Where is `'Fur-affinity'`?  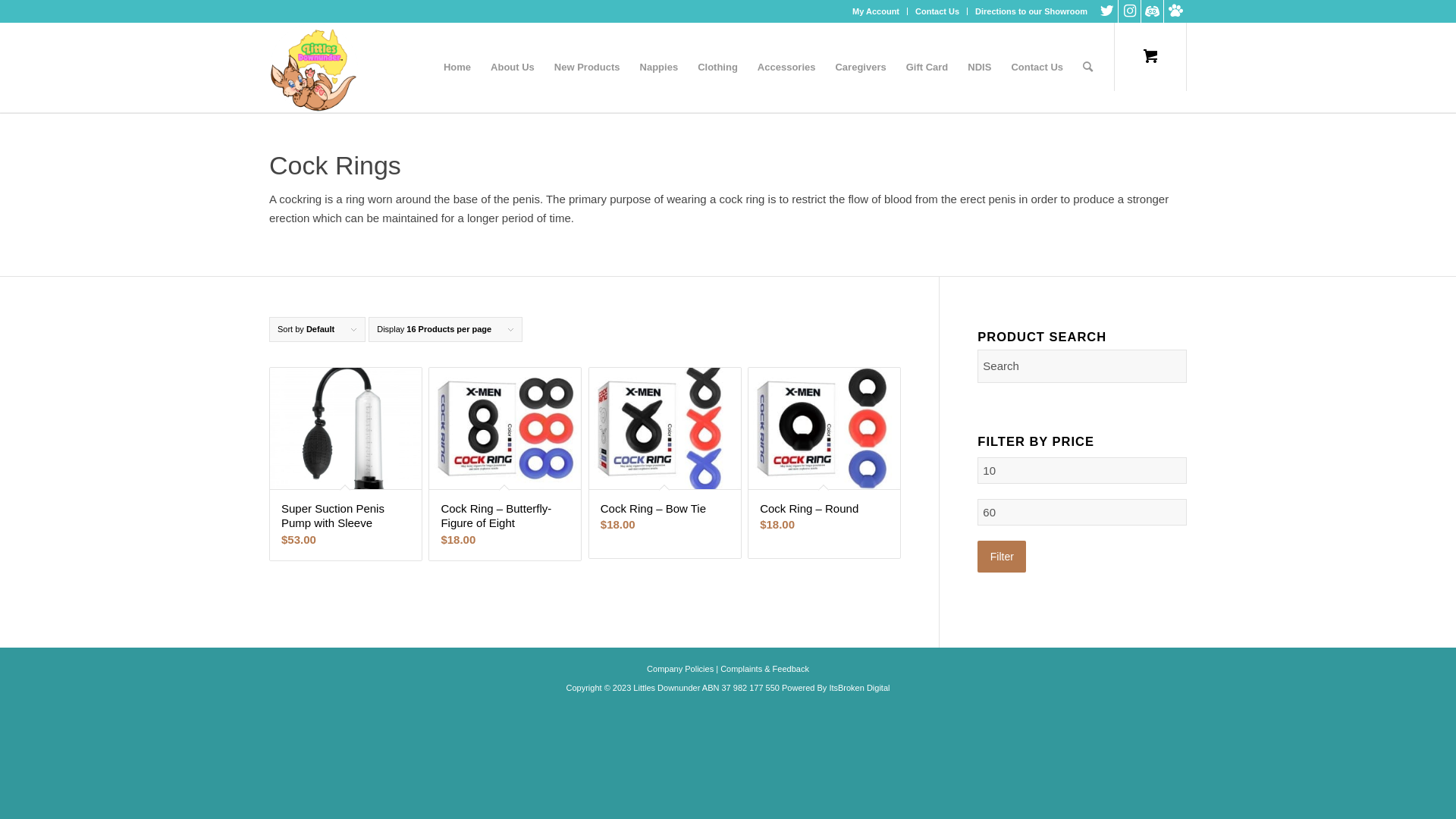 'Fur-affinity' is located at coordinates (1175, 11).